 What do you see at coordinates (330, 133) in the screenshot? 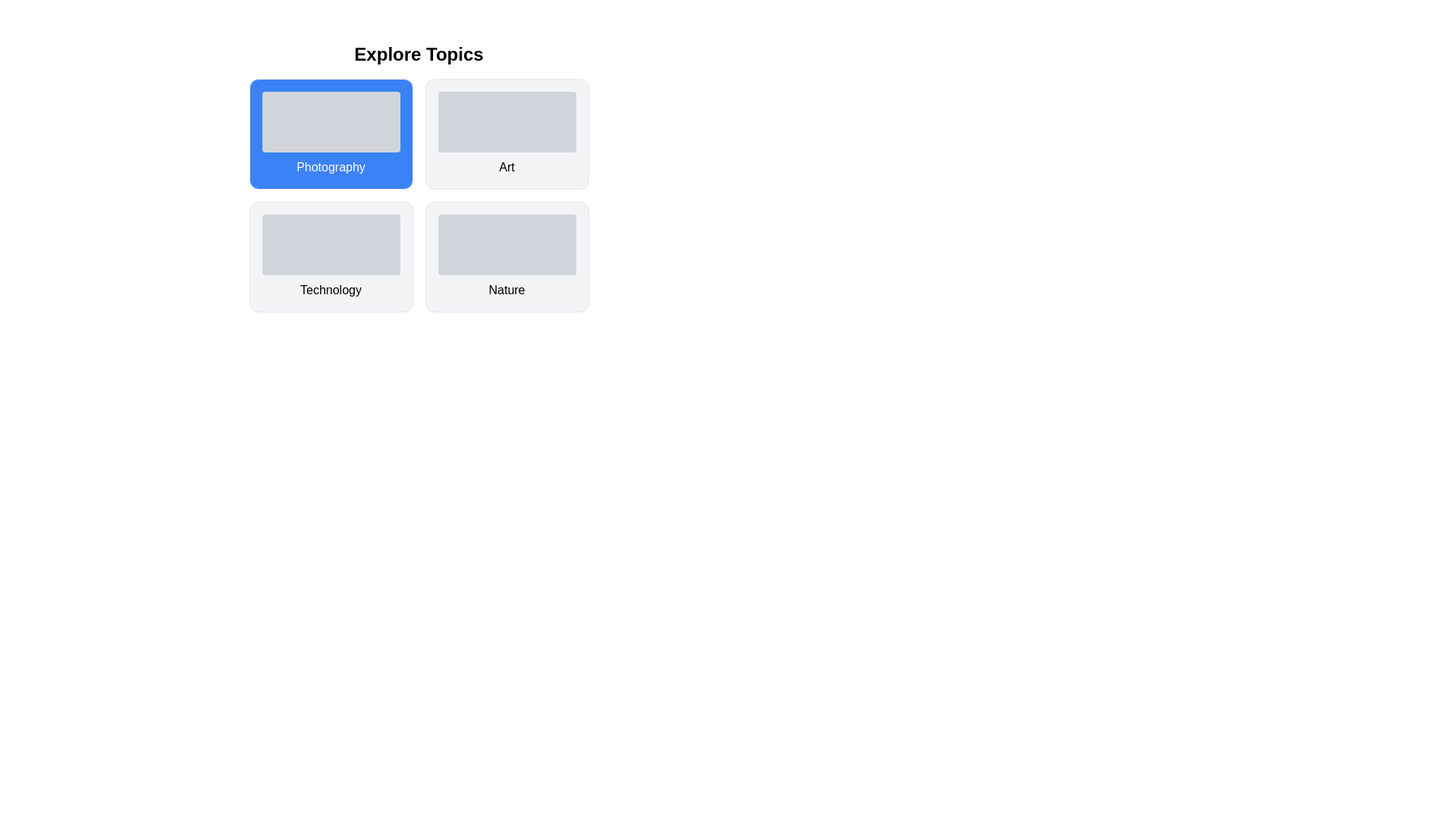
I see `the card labeled Photography` at bounding box center [330, 133].